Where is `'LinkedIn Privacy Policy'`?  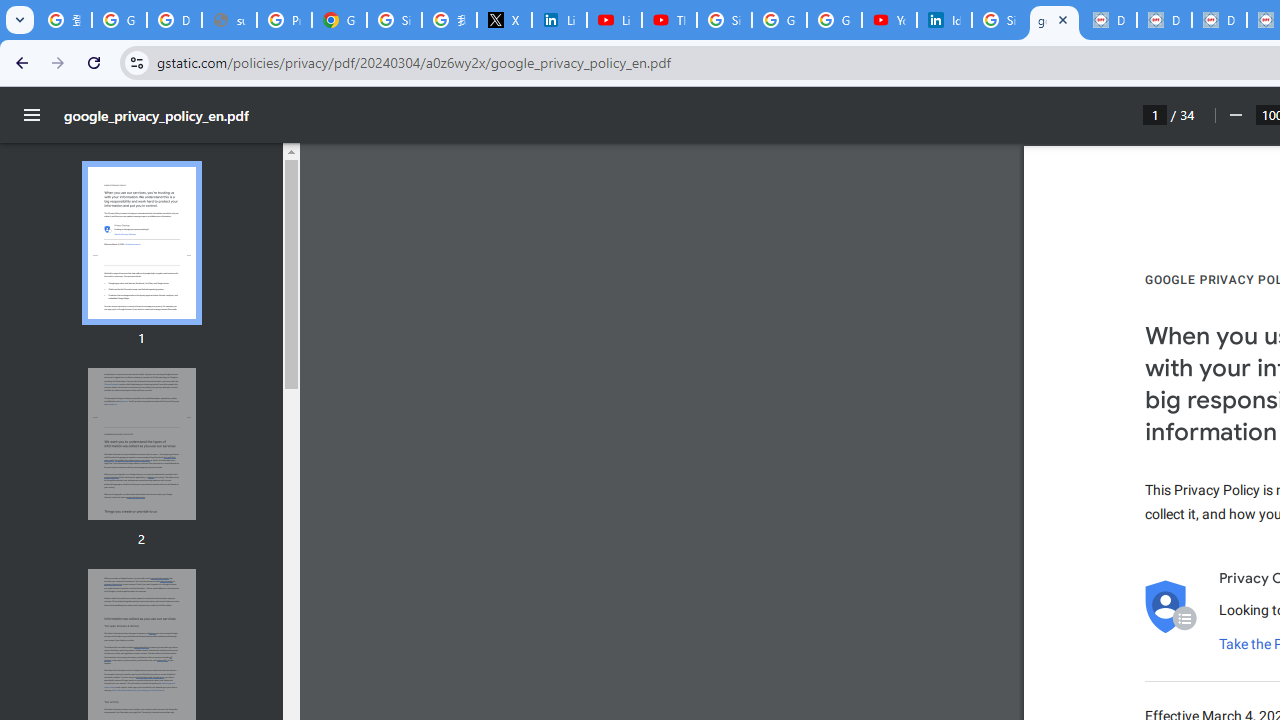
'LinkedIn Privacy Policy' is located at coordinates (560, 20).